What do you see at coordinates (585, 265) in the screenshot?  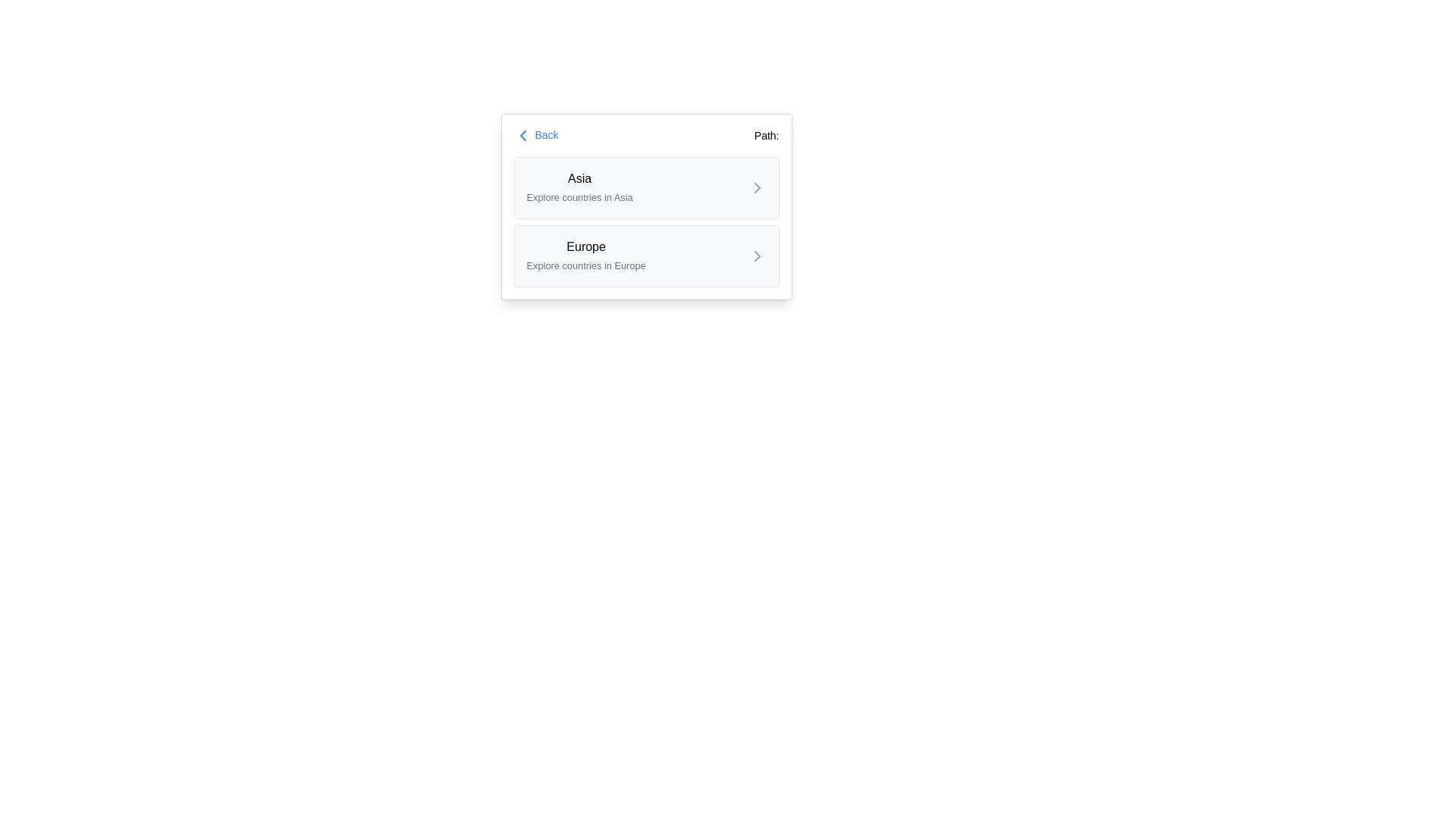 I see `the text label styled in gray font that reads 'Explore countries in Europe', which is positioned below the heading 'Europe' within its card` at bounding box center [585, 265].